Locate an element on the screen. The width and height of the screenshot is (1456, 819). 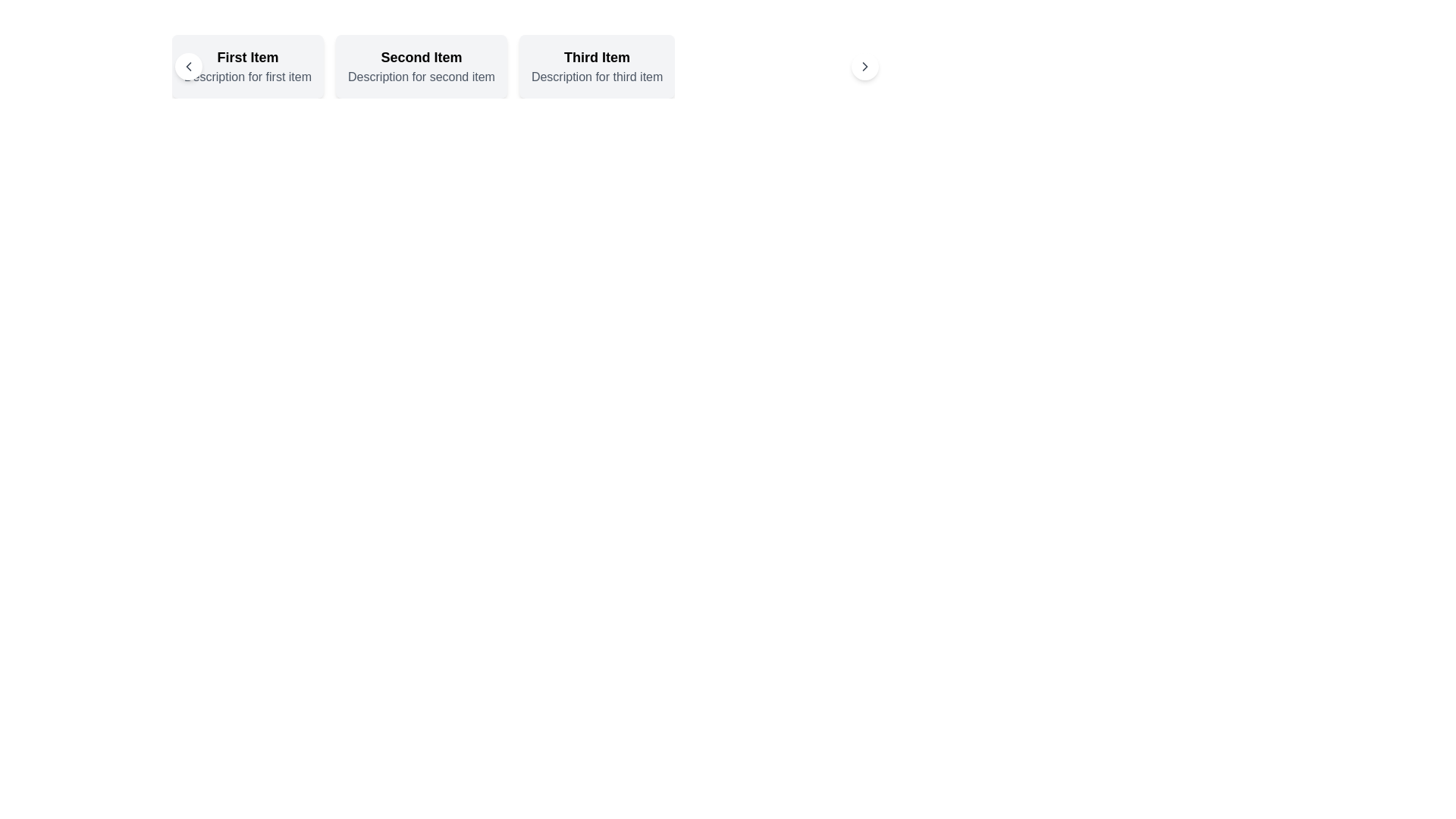
the text snippet reading 'Description for second item', which is styled in gray and located directly below the bold text 'Second Item' within the second card from the left is located at coordinates (422, 77).